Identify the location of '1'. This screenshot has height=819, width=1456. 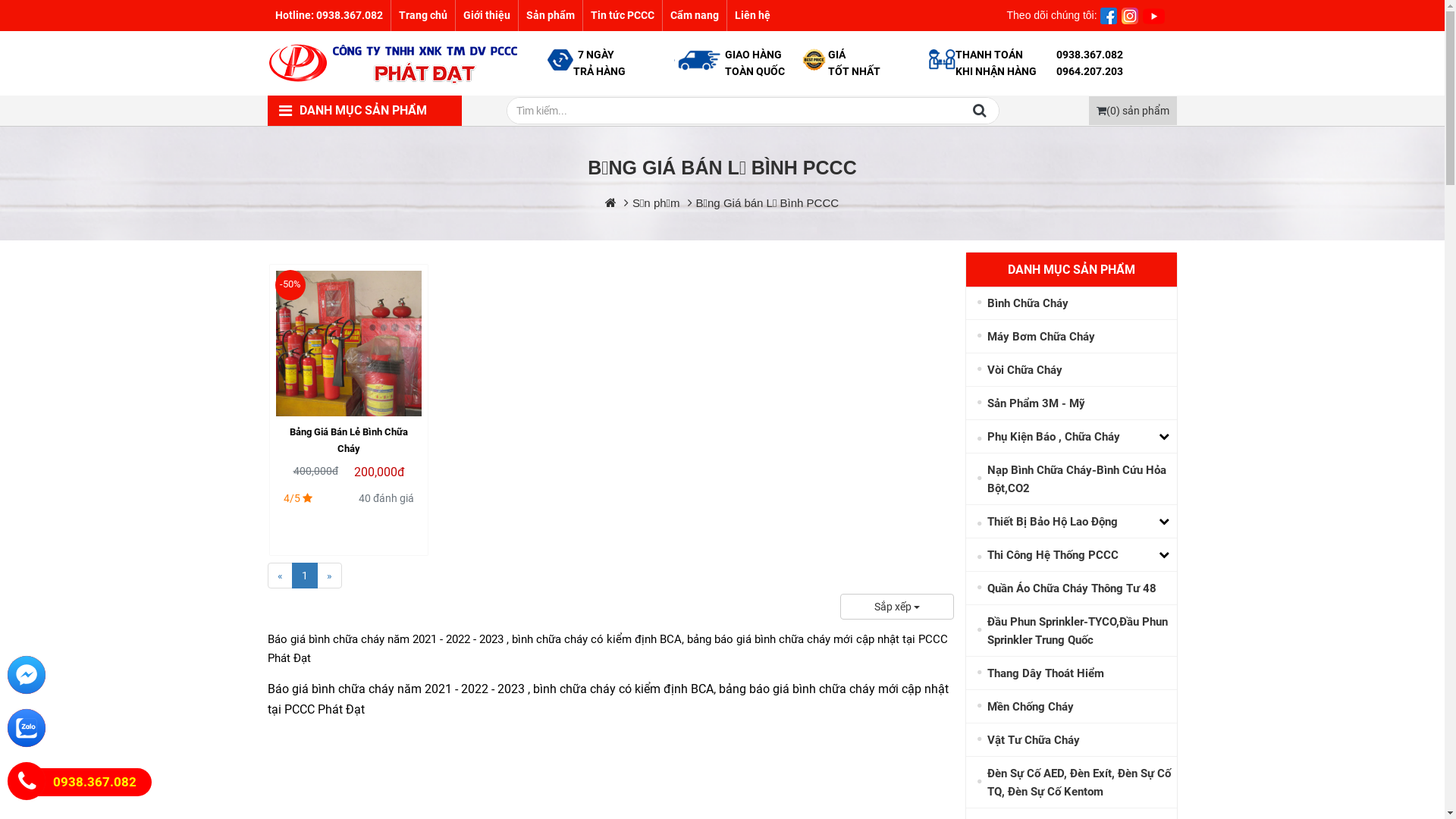
(303, 576).